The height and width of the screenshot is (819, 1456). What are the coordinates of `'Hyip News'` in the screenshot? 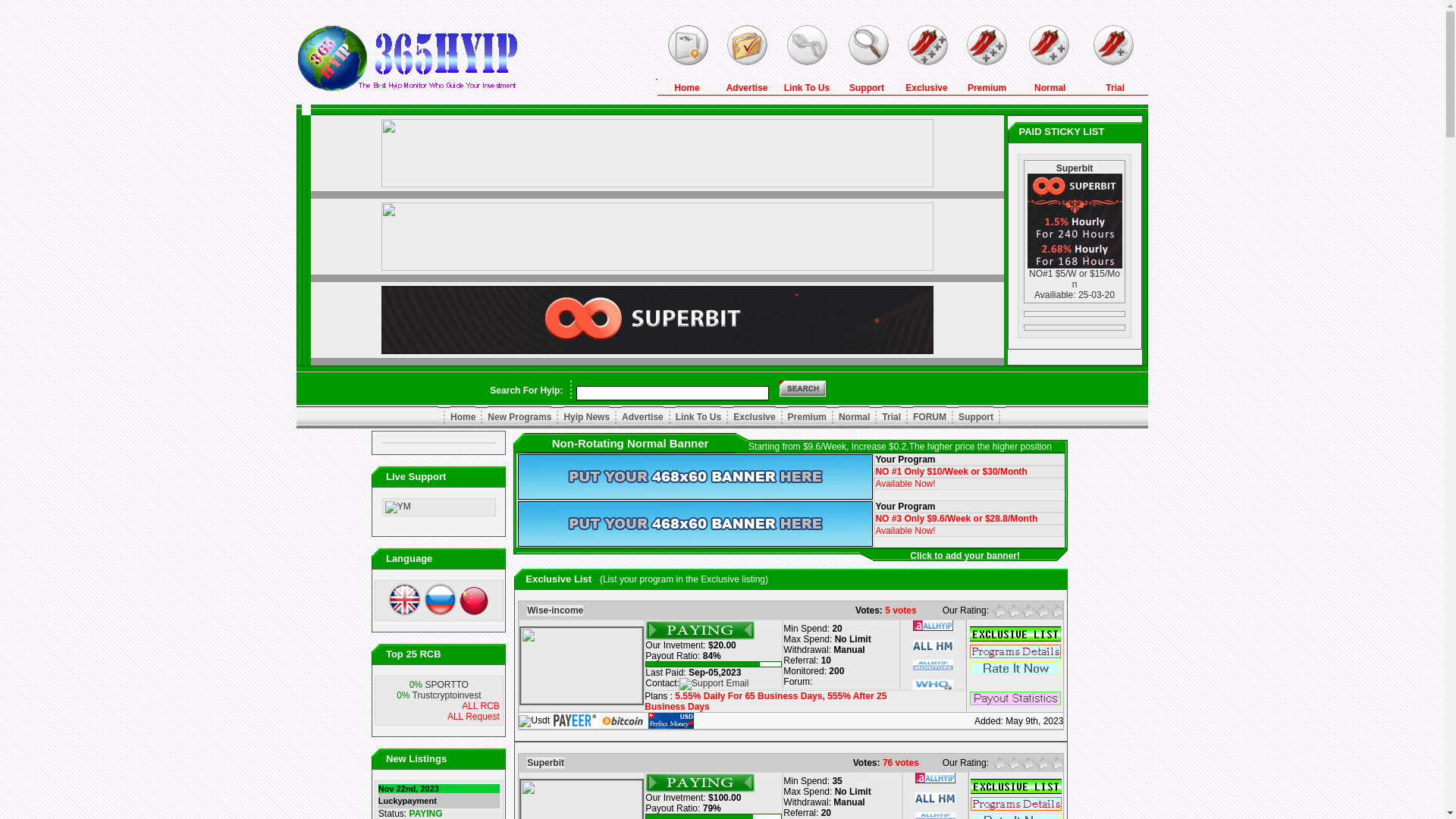 It's located at (585, 417).